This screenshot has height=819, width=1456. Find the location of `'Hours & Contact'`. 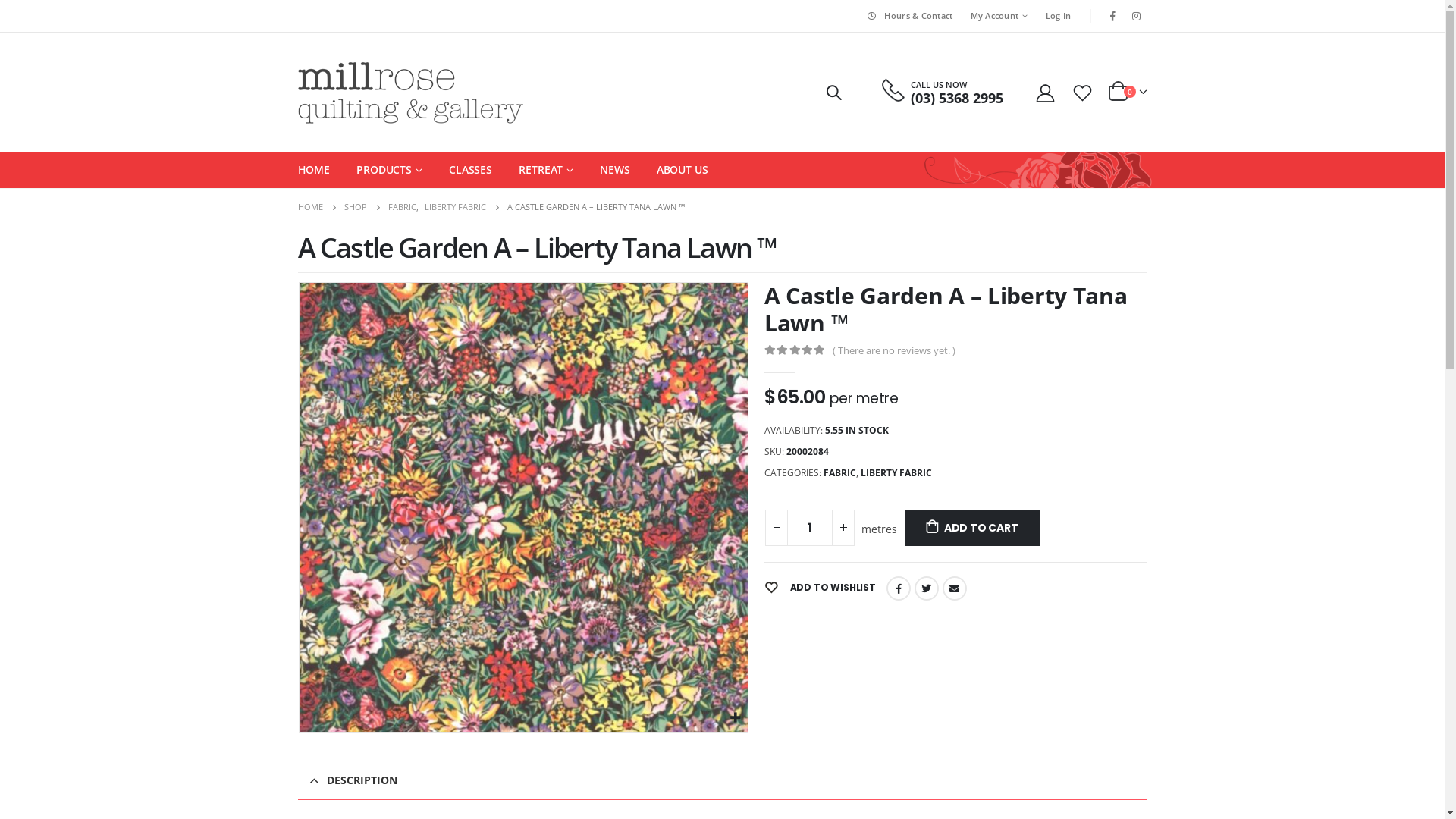

'Hours & Contact' is located at coordinates (908, 15).